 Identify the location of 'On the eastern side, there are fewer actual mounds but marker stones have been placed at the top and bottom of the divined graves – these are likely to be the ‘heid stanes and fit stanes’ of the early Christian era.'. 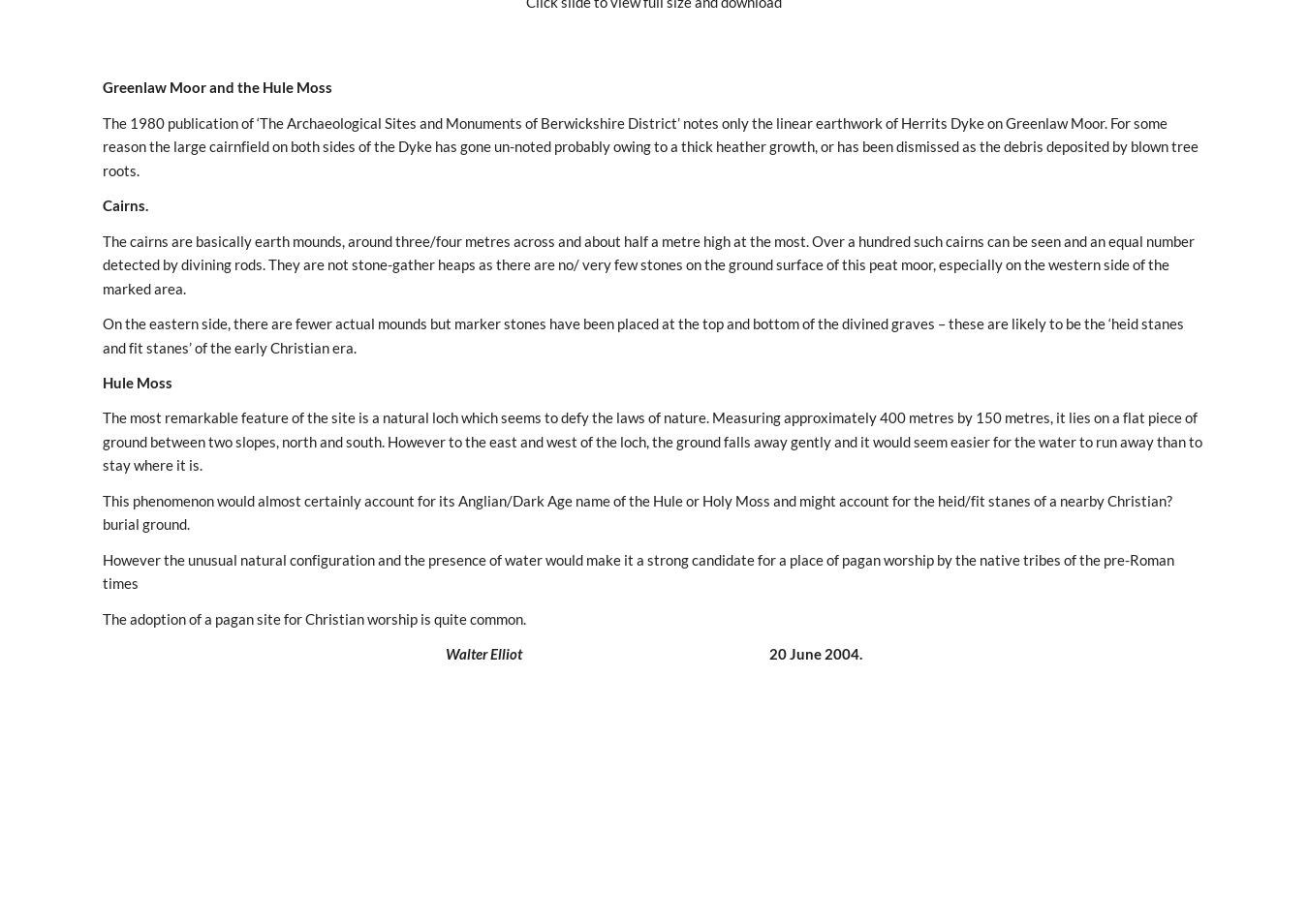
(643, 335).